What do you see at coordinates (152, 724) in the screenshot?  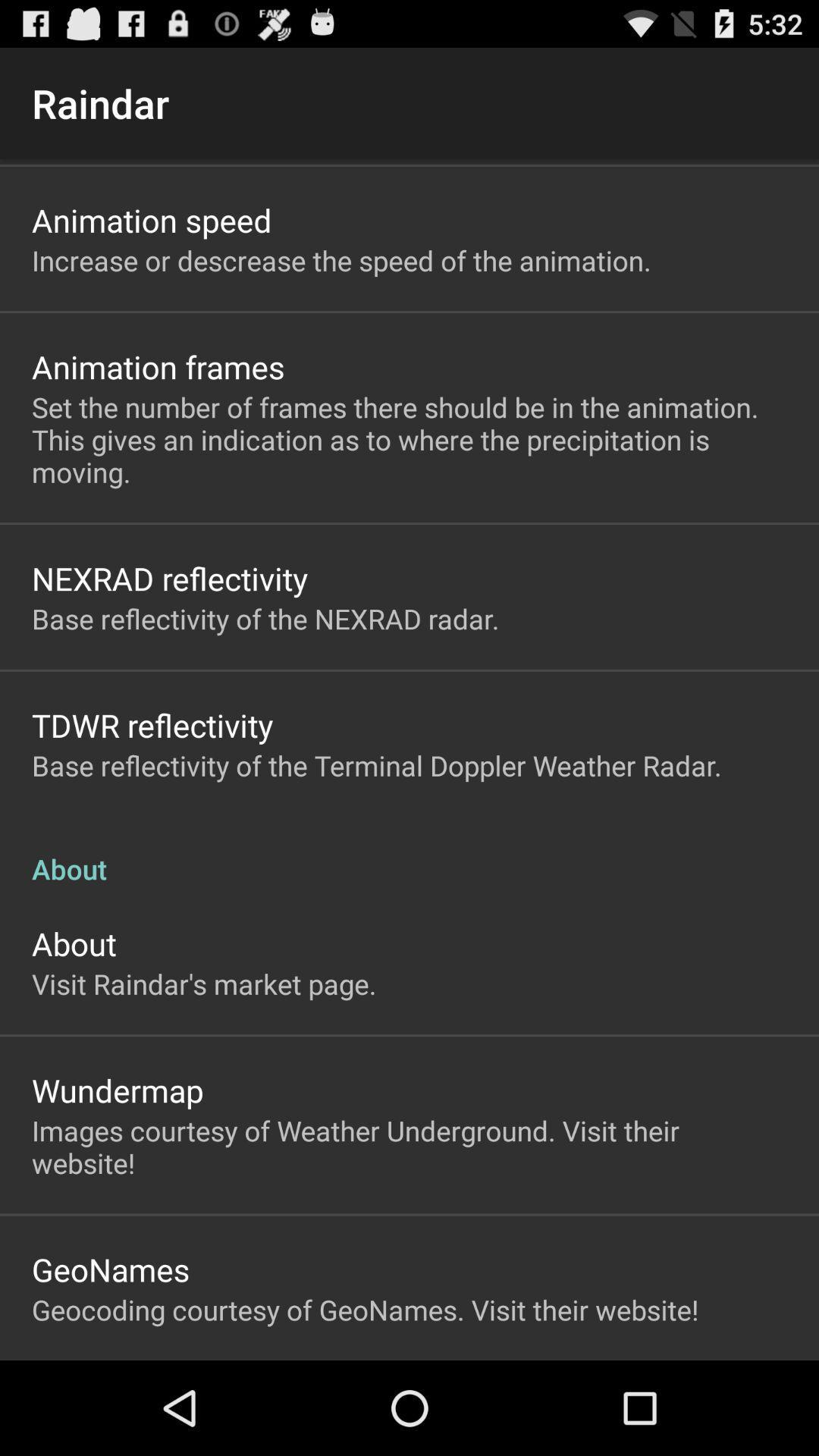 I see `icon below base reflectivity of item` at bounding box center [152, 724].